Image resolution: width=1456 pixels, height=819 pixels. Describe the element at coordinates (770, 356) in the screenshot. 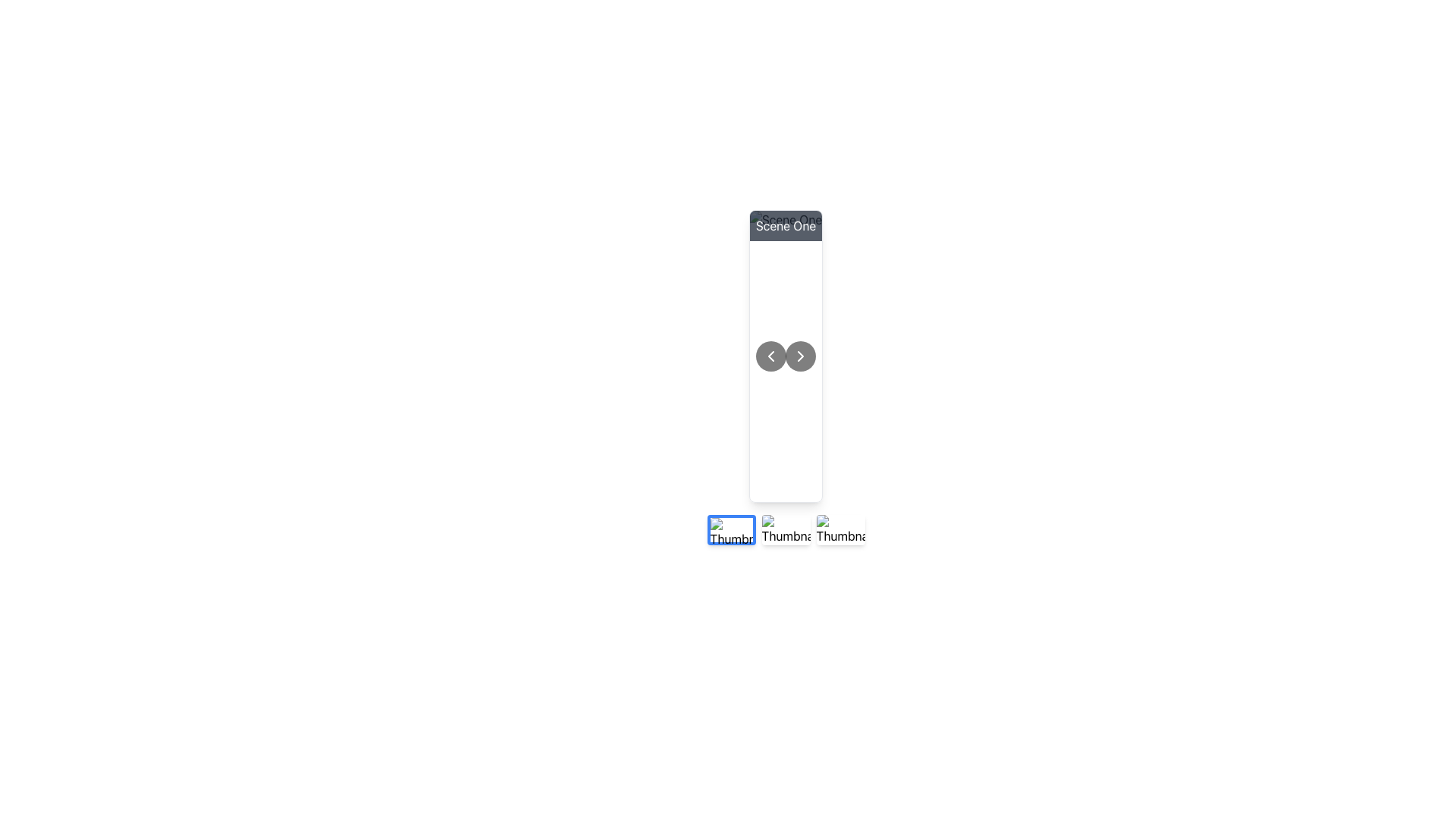

I see `the navigation button located in the central vertical area of the 'Scene One' card, positioned to the left of the right-facing chevron button` at that location.